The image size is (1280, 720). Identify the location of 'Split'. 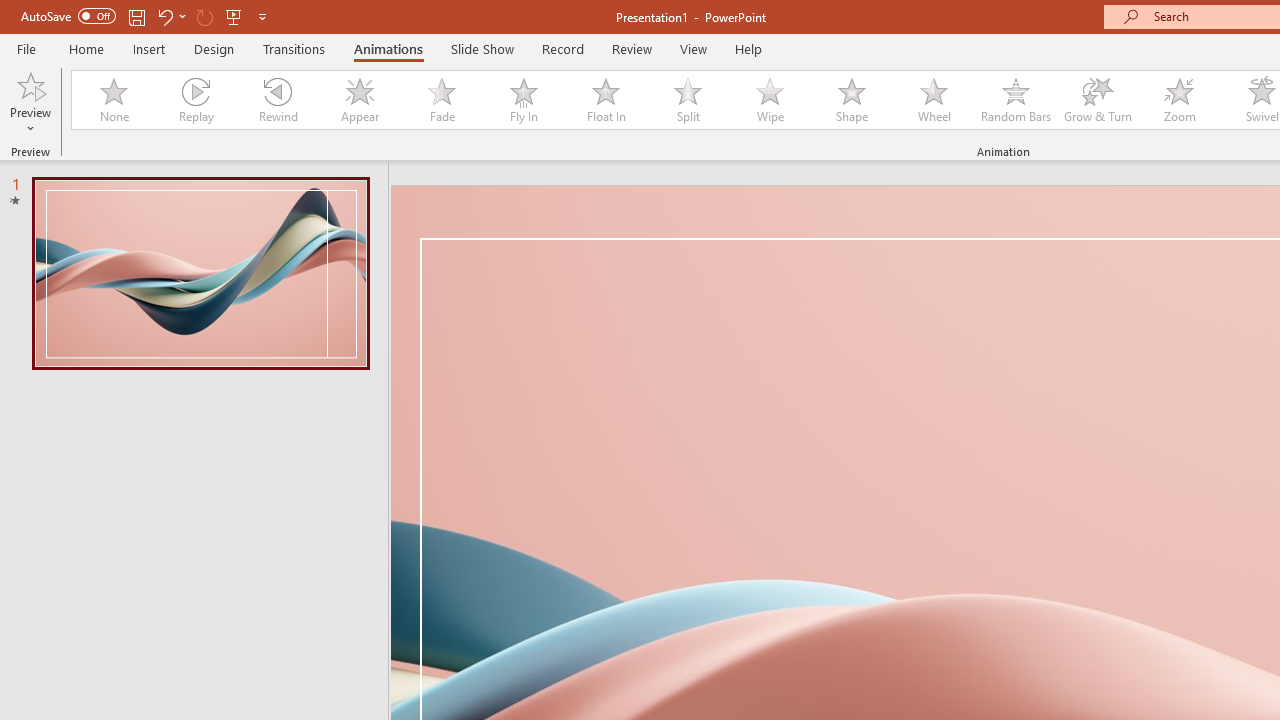
(688, 100).